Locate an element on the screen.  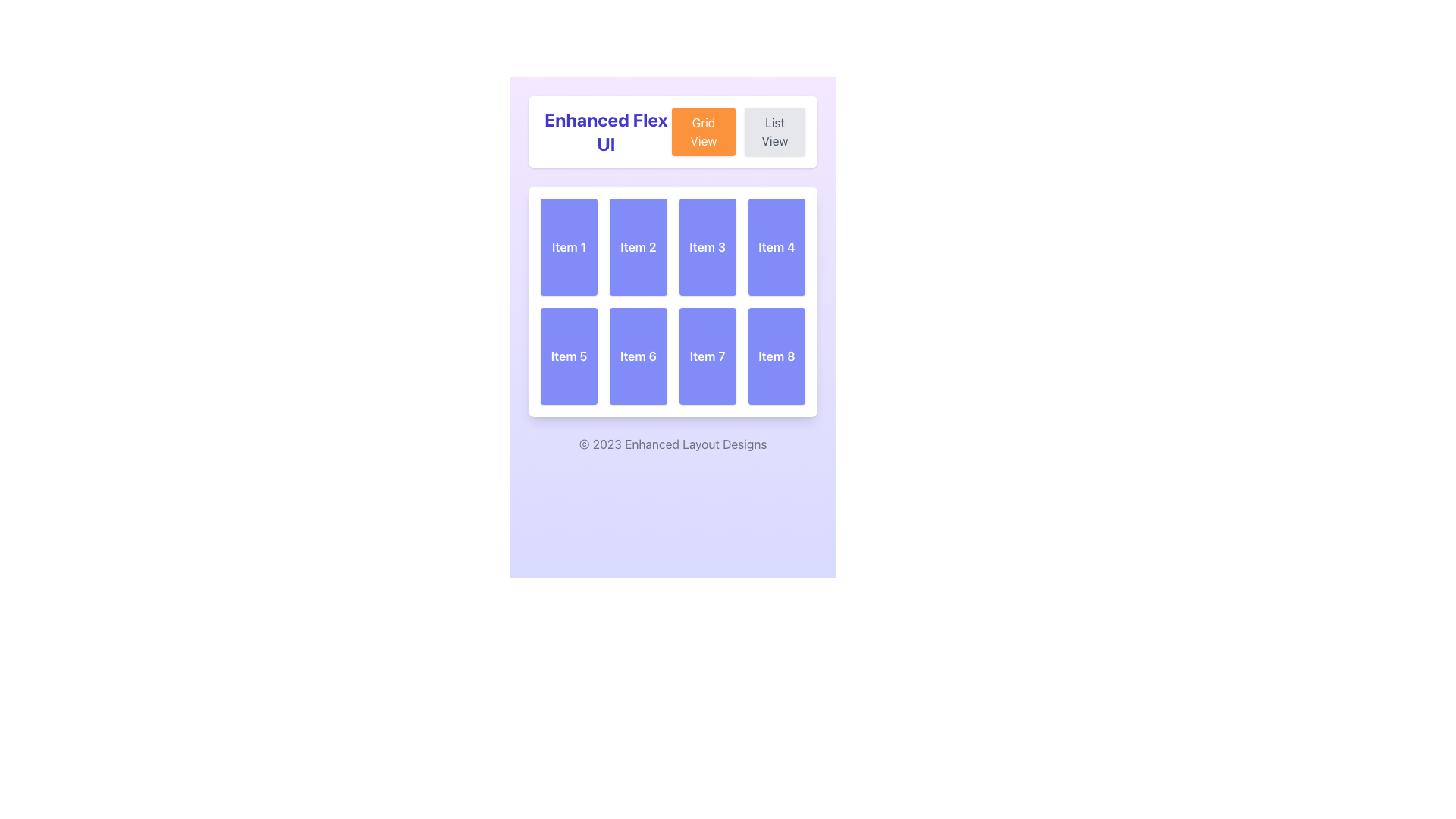
the static label representing 'Item 7' in the grid layout, located in the second row, third column is located at coordinates (707, 356).